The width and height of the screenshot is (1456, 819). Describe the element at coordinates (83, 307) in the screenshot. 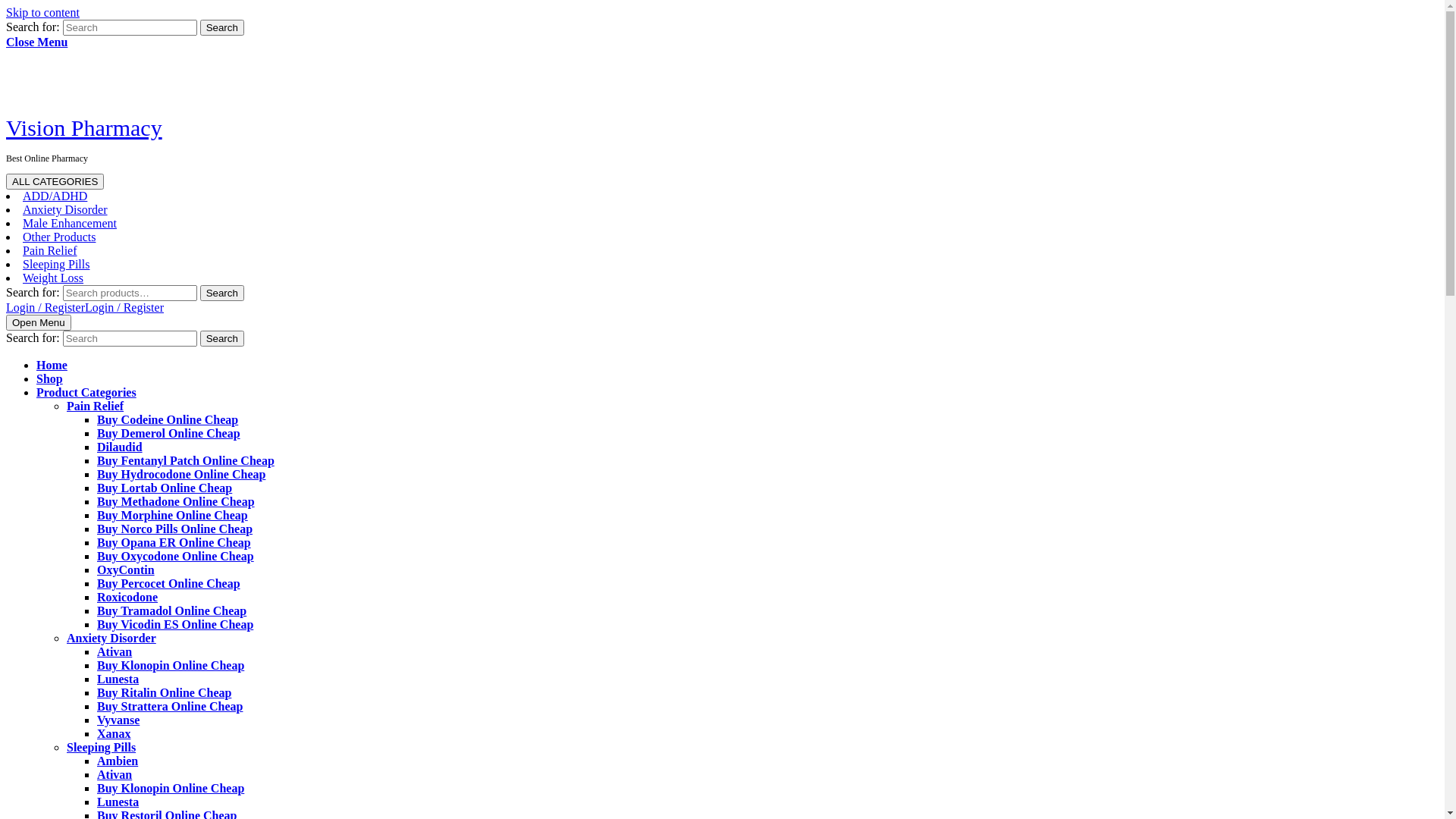

I see `'Login / RegisterLogin / Register'` at that location.